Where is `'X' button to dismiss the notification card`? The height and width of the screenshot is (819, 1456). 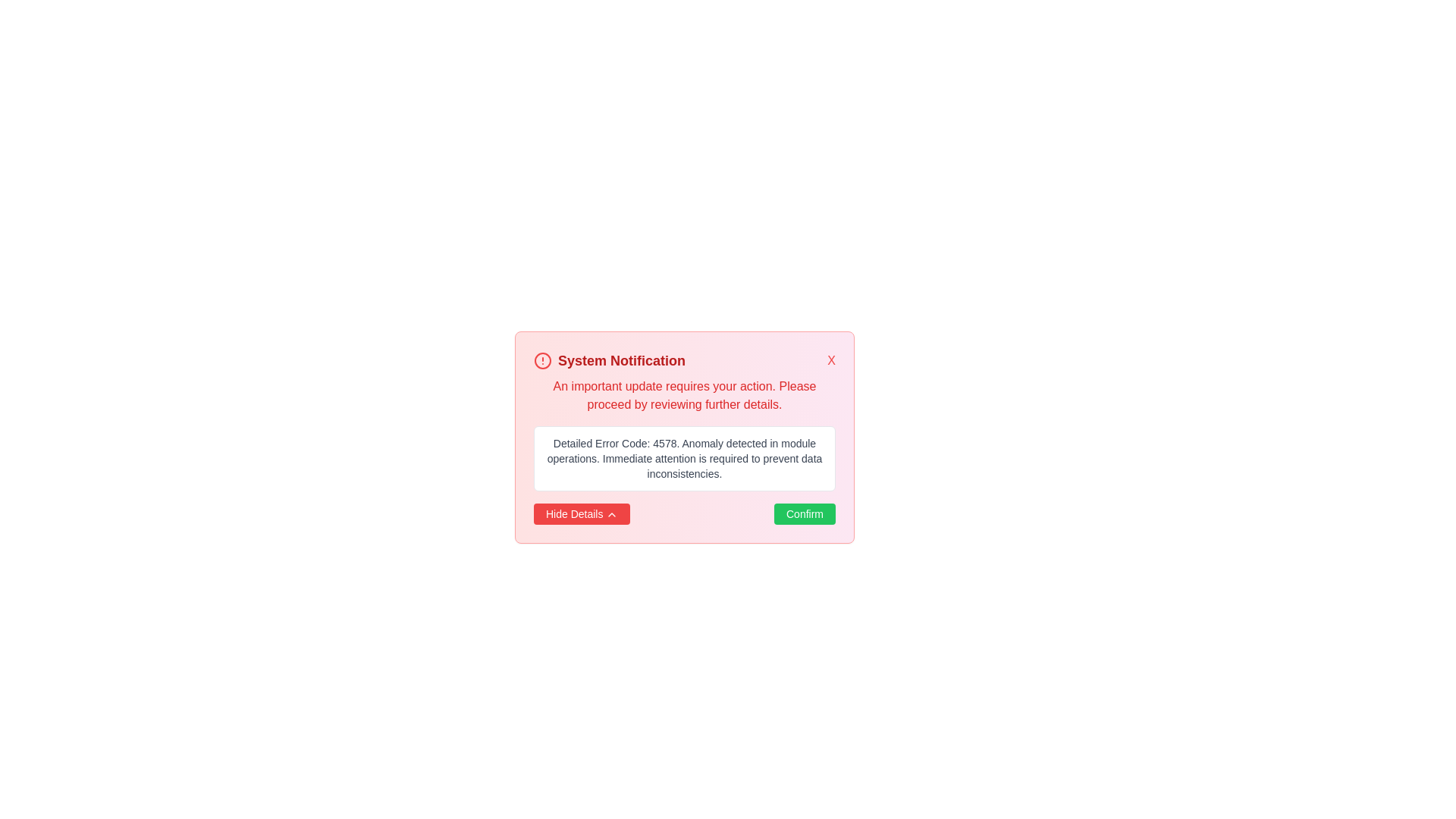 'X' button to dismiss the notification card is located at coordinates (830, 360).